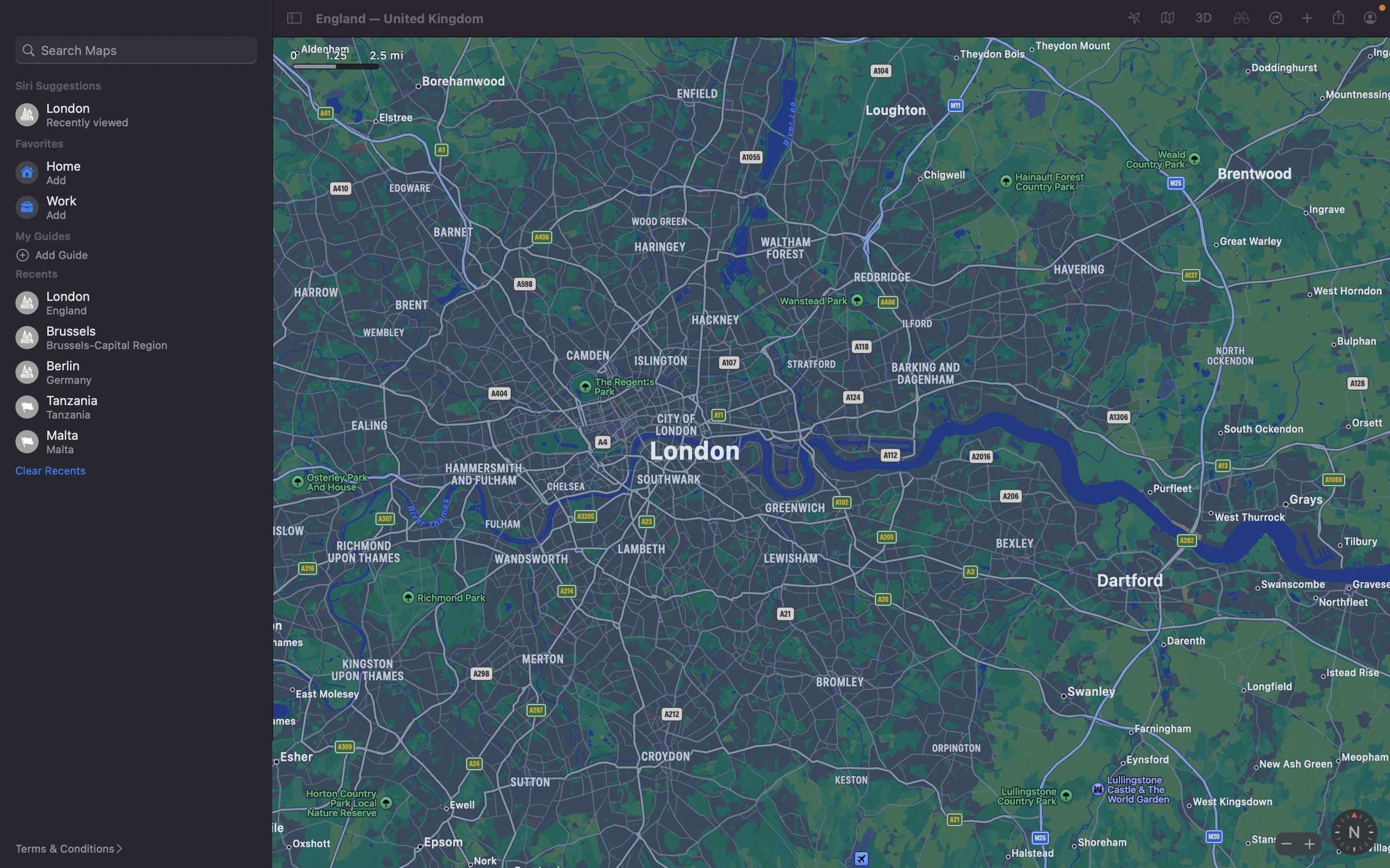 This screenshot has height=868, width=1390. I want to click on Change the current view of the map to a satellite image, so click(1165, 18).